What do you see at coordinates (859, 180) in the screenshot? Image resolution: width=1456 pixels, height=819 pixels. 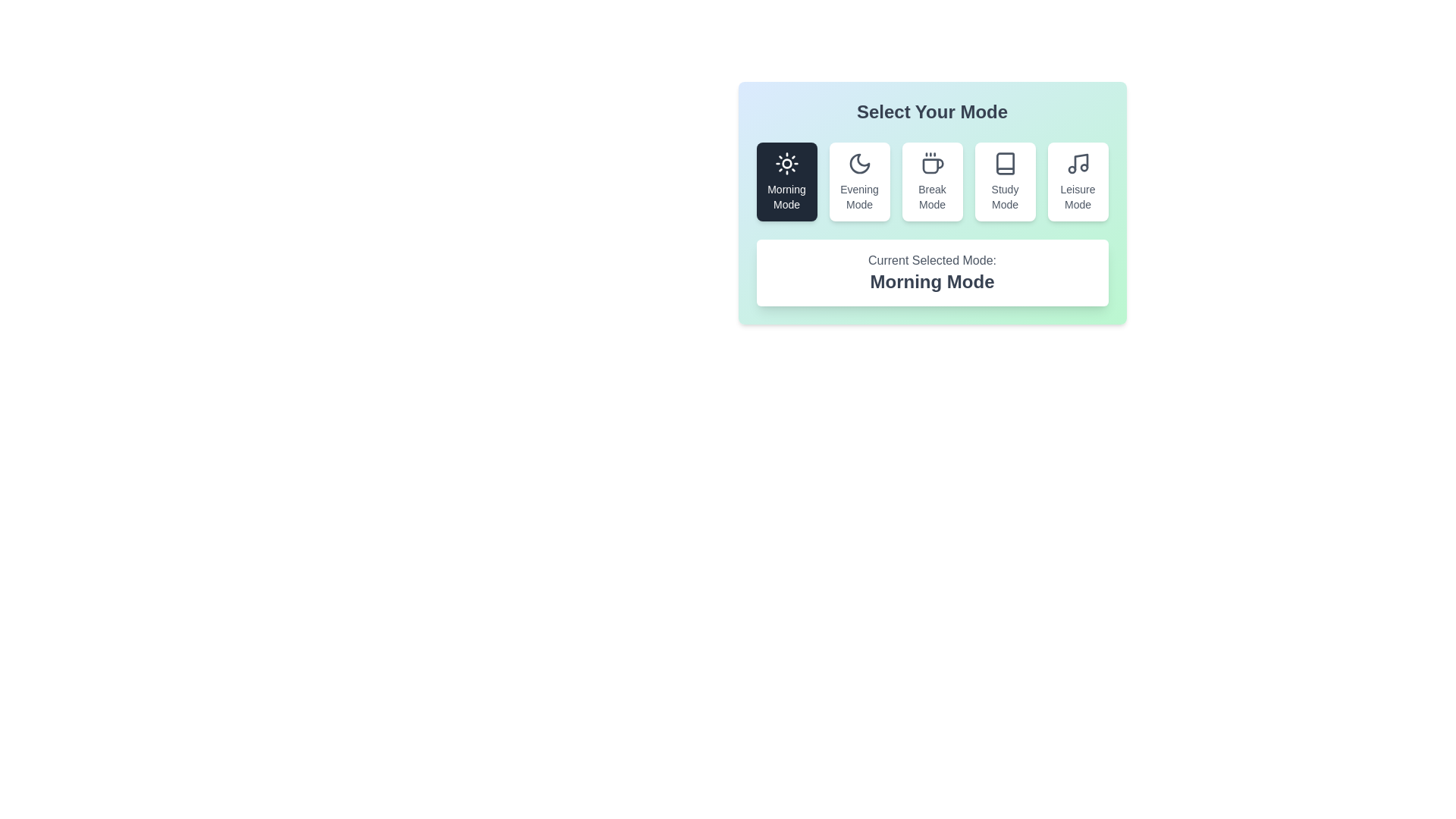 I see `the mode button labeled Evening Mode` at bounding box center [859, 180].